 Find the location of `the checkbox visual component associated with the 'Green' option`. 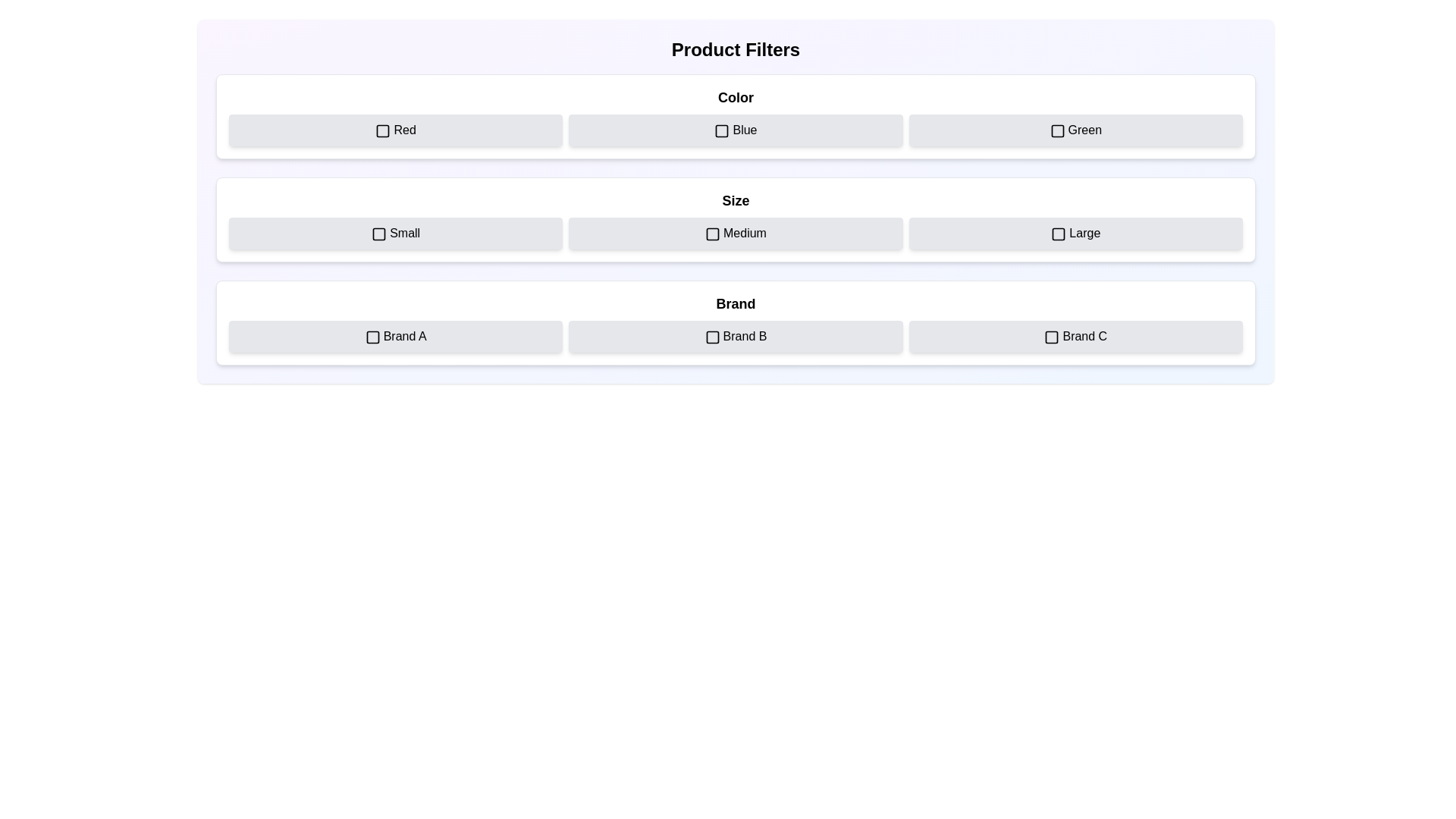

the checkbox visual component associated with the 'Green' option is located at coordinates (1056, 130).